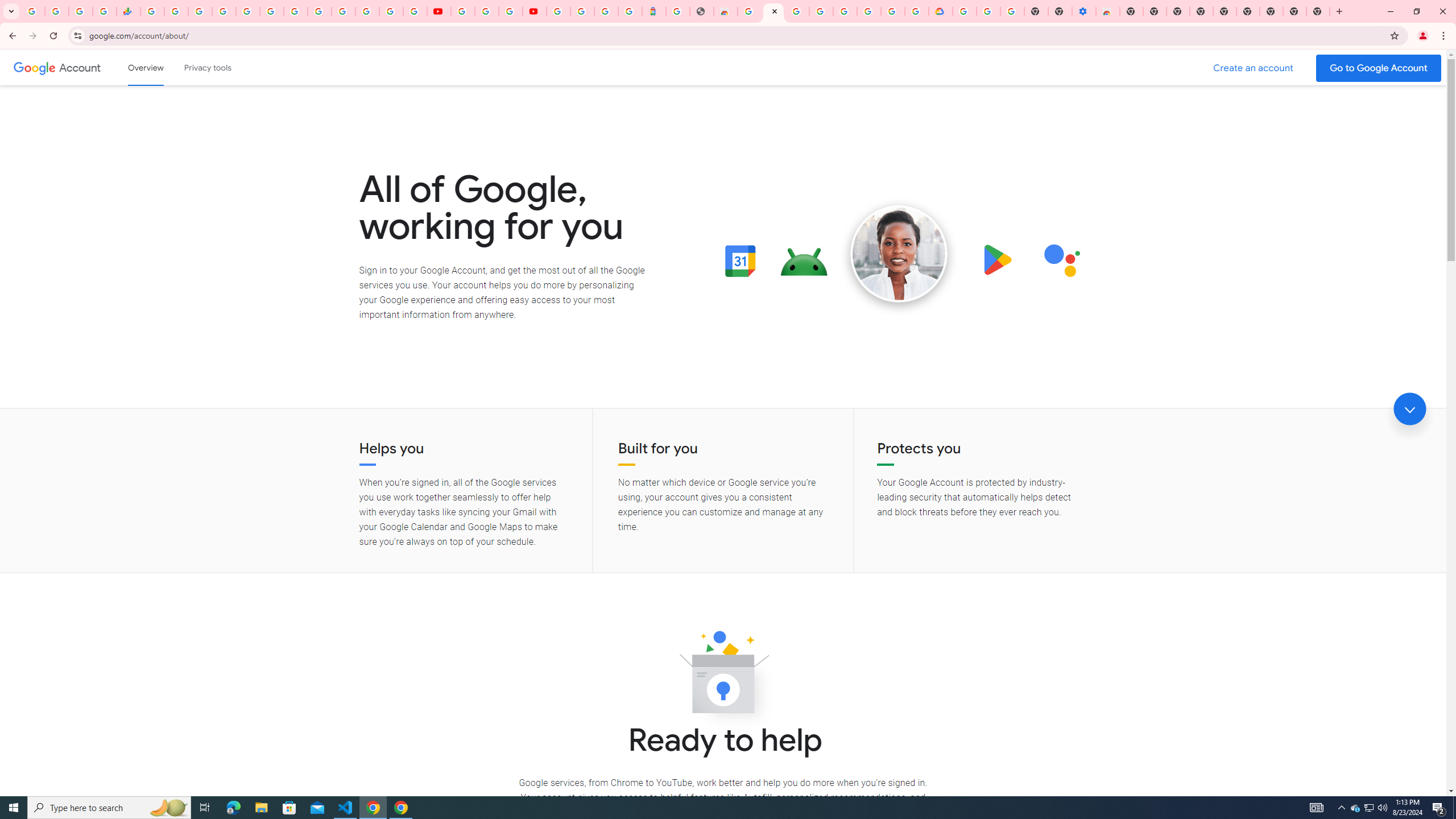 This screenshot has width=1456, height=819. What do you see at coordinates (916, 11) in the screenshot?
I see `'Browse the Google Chrome Community - Google Chrome Community'` at bounding box center [916, 11].